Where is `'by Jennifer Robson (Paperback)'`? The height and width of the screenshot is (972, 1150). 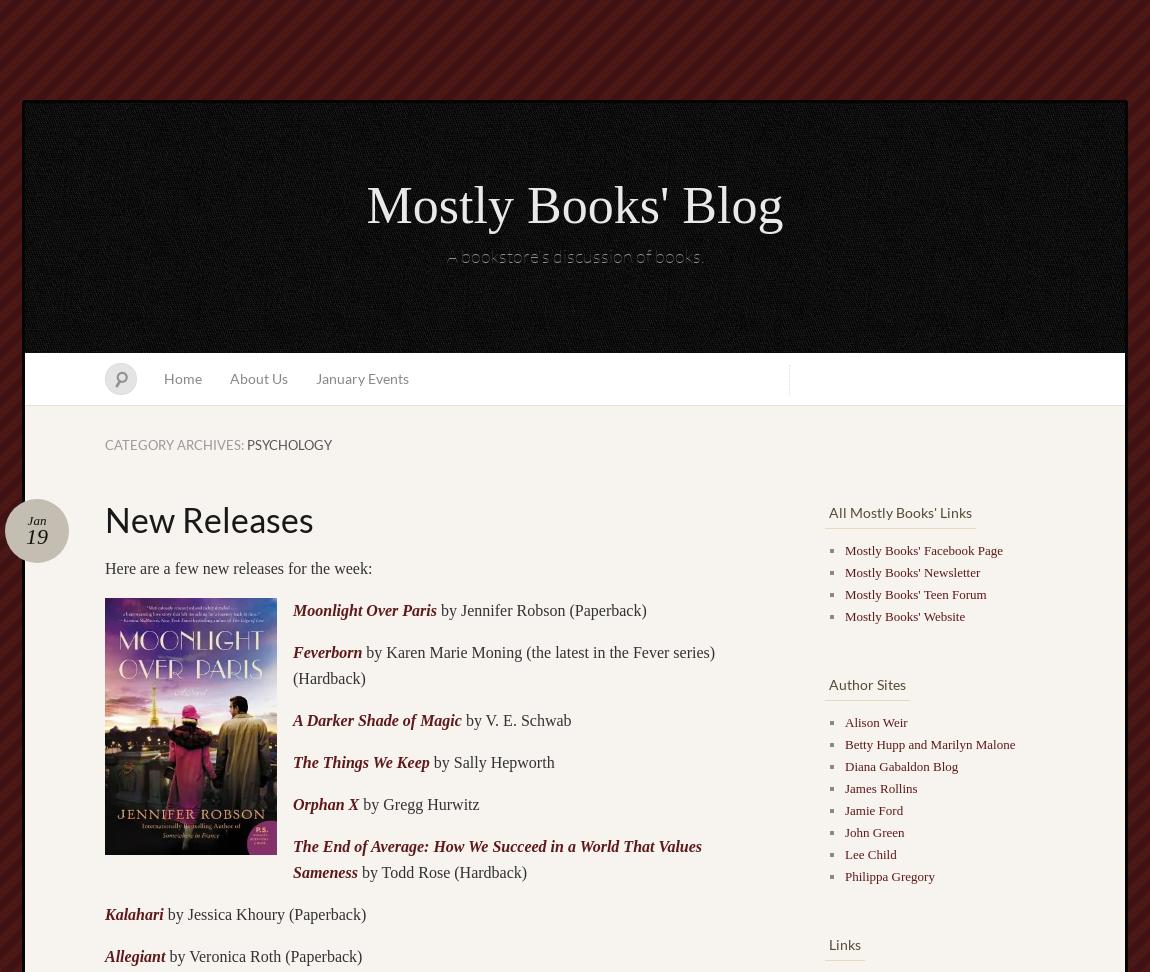 'by Jennifer Robson (Paperback)' is located at coordinates (543, 609).